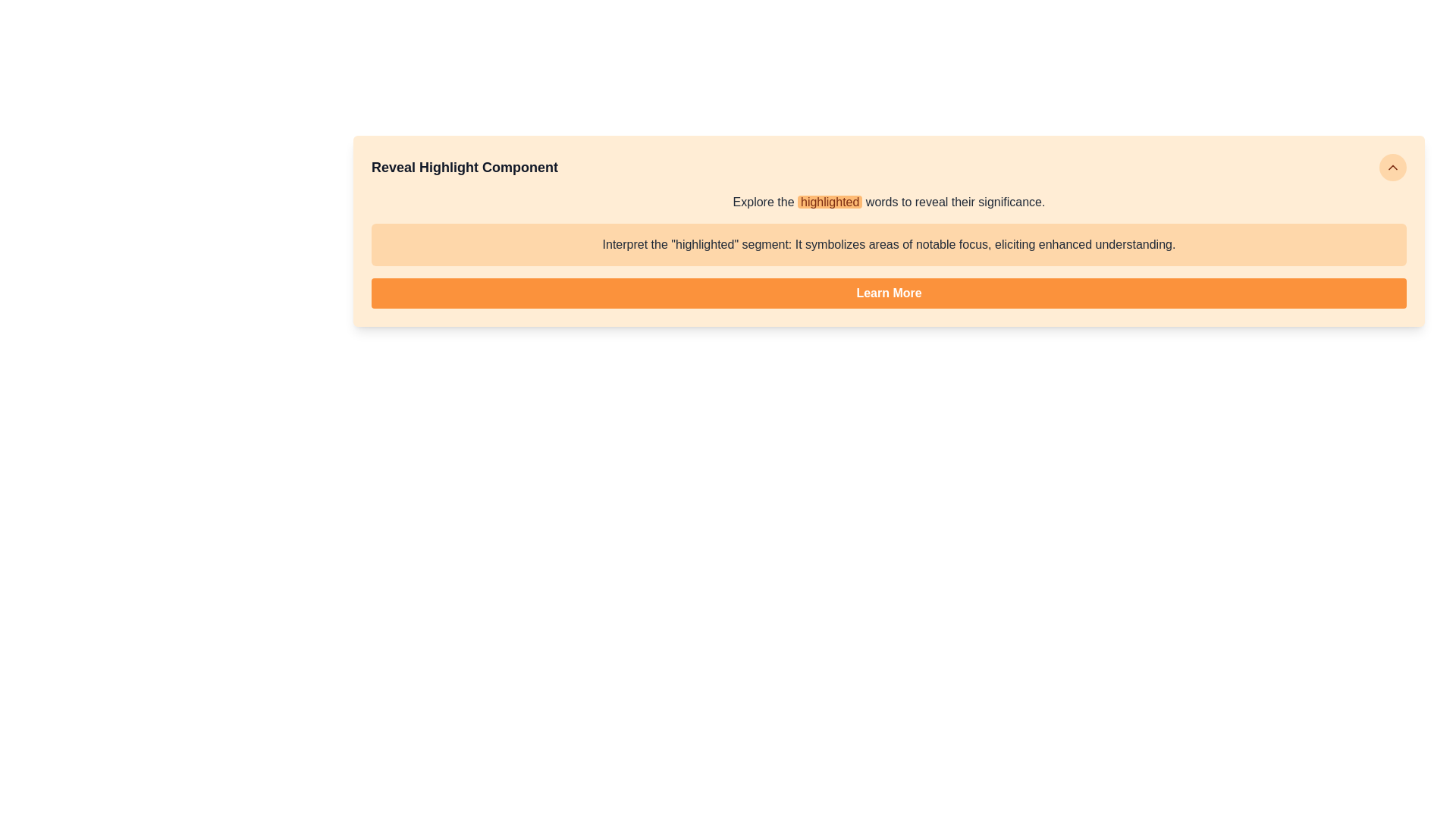 The image size is (1456, 819). Describe the element at coordinates (1393, 167) in the screenshot. I see `the chevron icon located in the circular button at the top-right corner of the orange-highlighted section` at that location.